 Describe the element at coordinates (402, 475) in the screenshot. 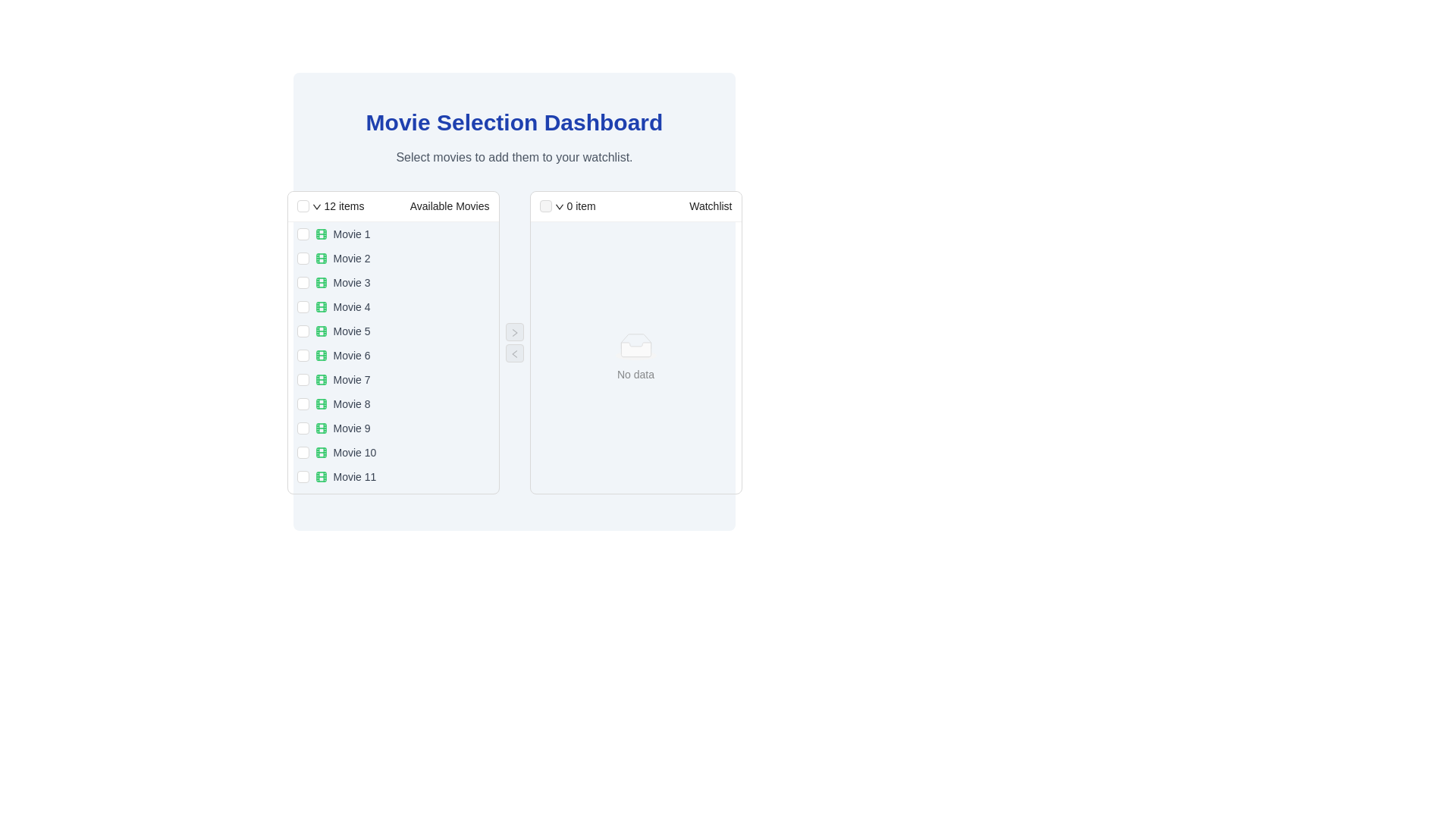

I see `the list item labeled 'Movie 11'` at that location.